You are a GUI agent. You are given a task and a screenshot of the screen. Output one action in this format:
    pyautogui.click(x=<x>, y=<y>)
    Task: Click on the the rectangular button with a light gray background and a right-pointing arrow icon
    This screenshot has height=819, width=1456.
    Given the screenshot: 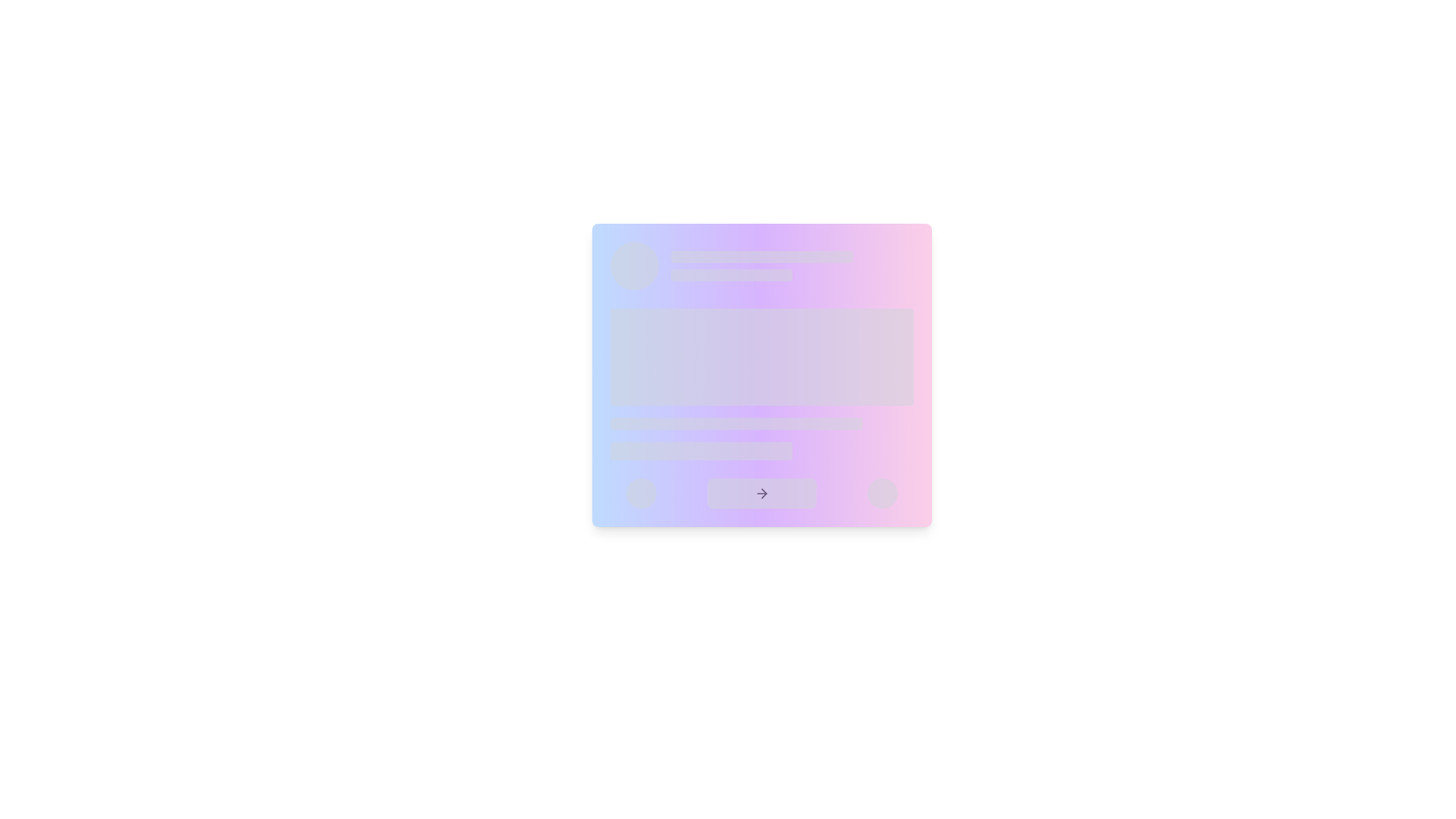 What is the action you would take?
    pyautogui.click(x=761, y=494)
    